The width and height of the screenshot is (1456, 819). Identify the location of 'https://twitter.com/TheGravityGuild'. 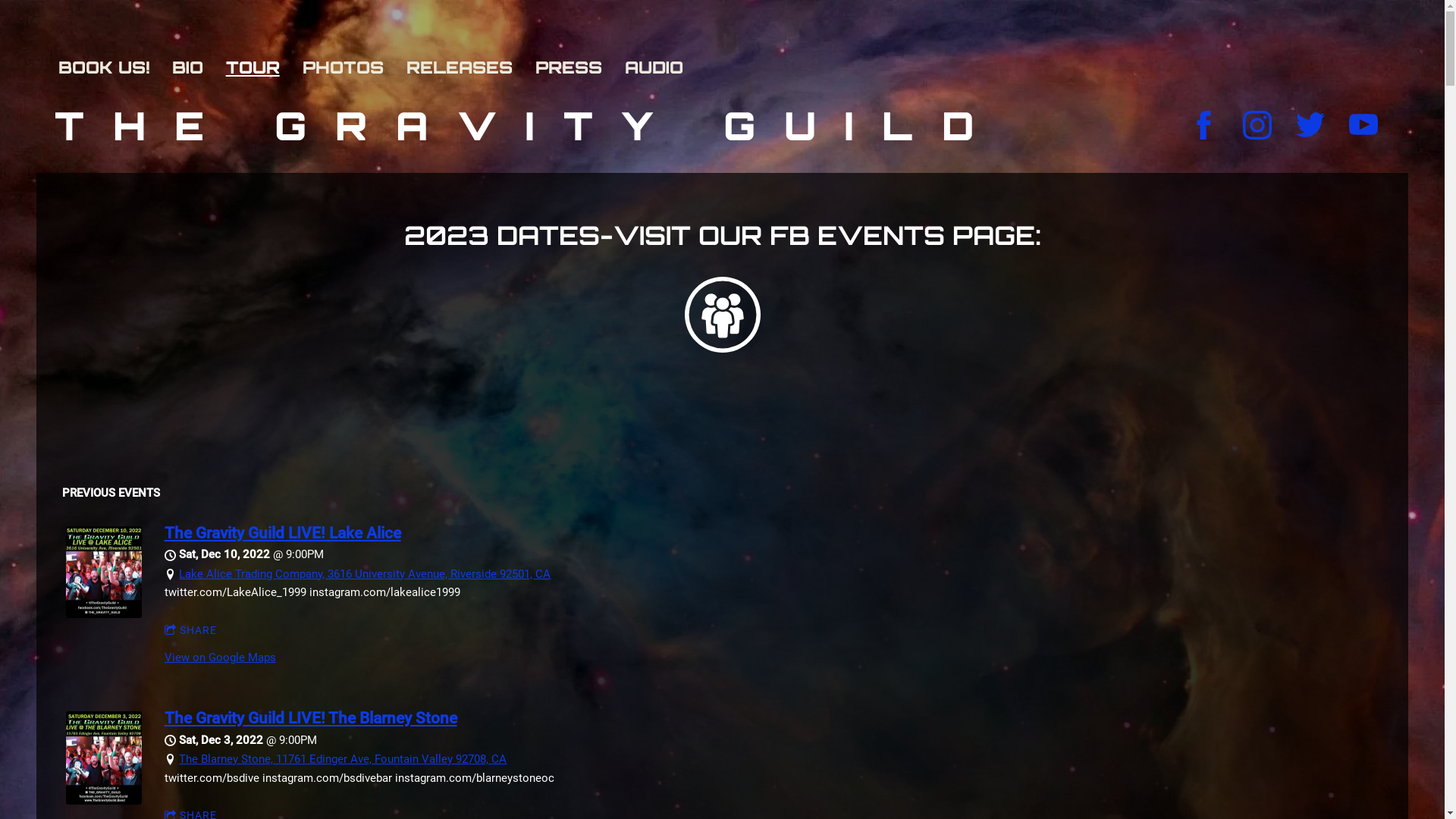
(1310, 124).